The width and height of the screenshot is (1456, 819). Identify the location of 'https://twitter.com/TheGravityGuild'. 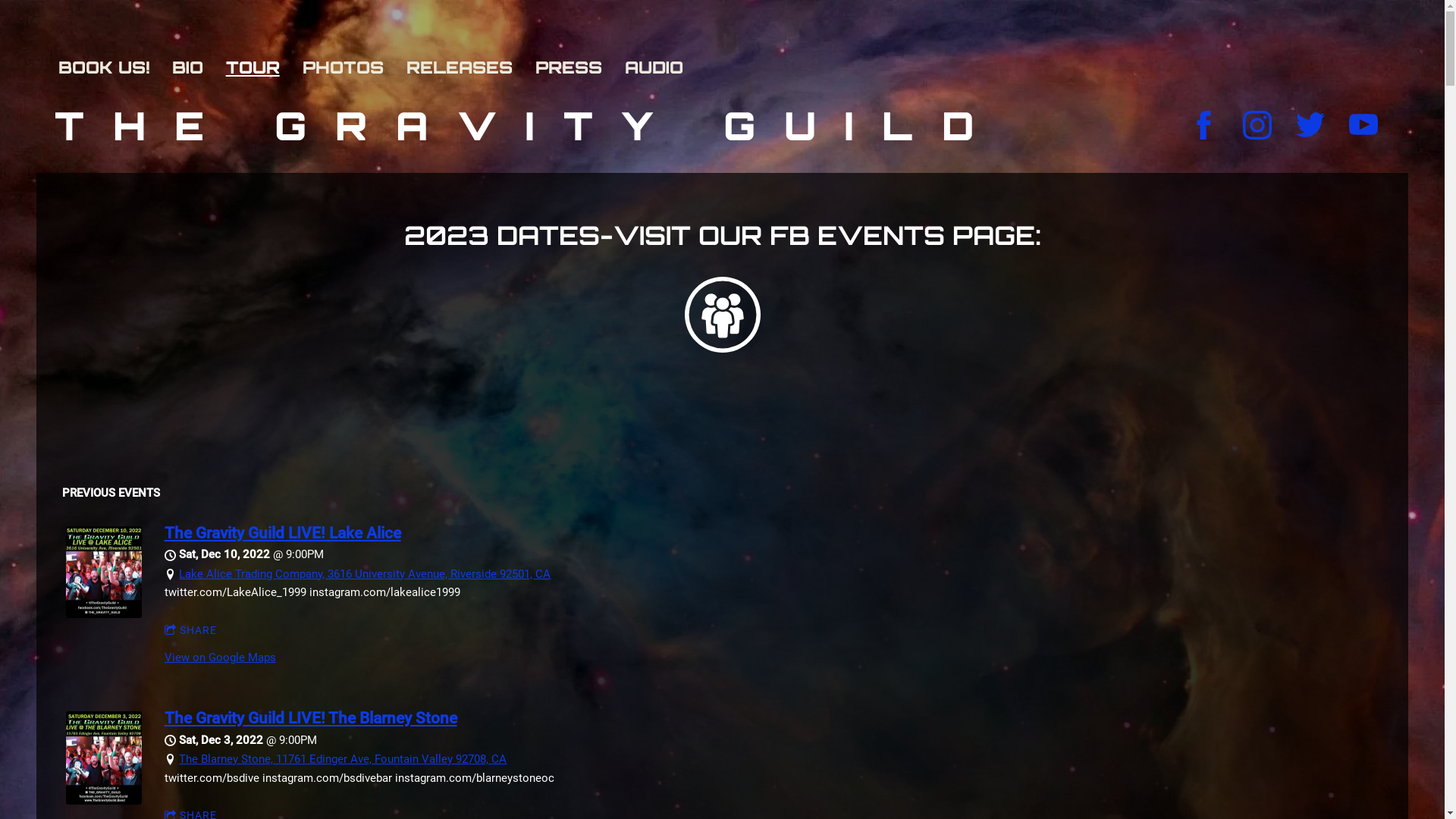
(1310, 124).